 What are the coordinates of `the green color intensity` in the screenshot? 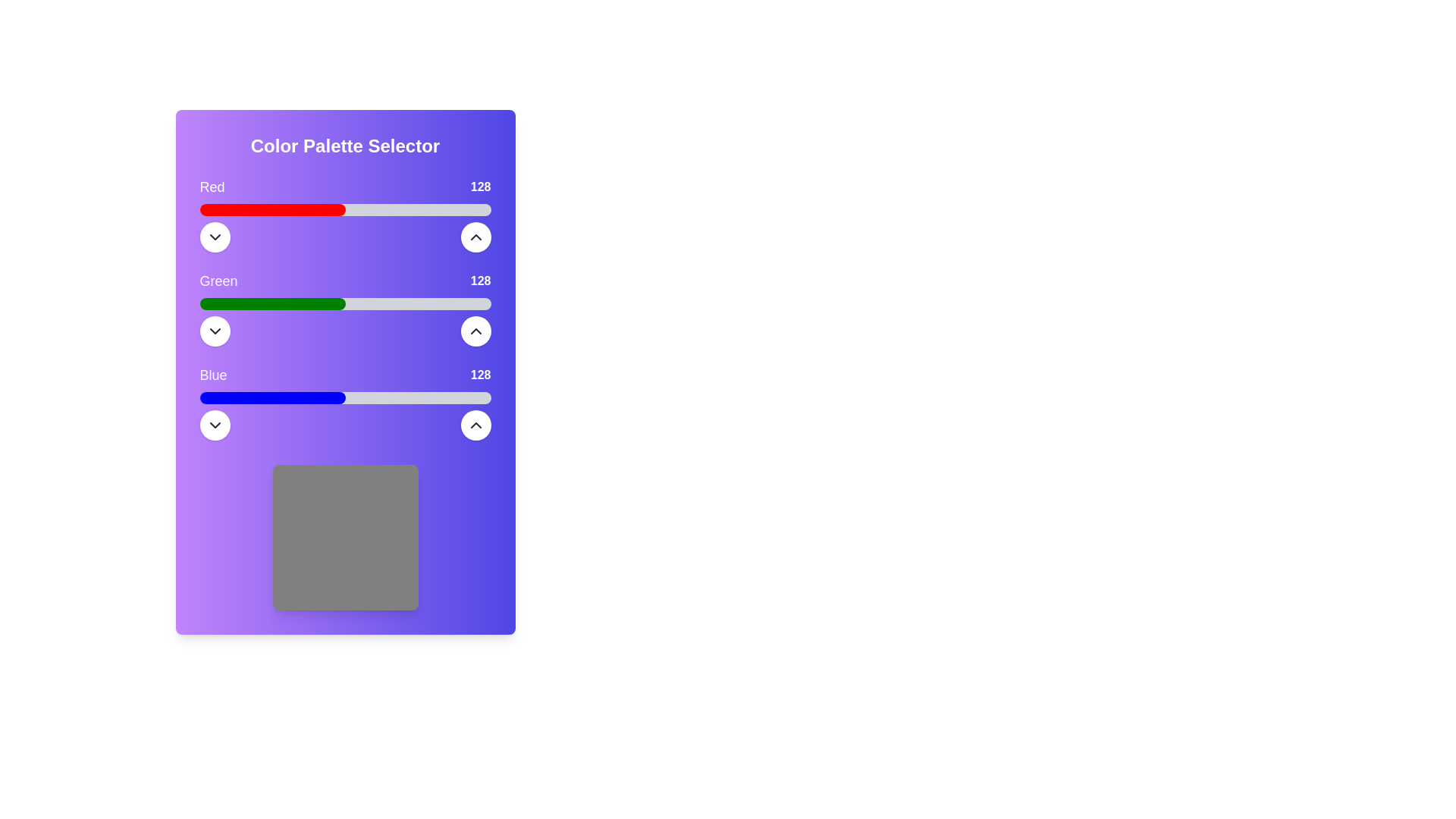 It's located at (272, 304).